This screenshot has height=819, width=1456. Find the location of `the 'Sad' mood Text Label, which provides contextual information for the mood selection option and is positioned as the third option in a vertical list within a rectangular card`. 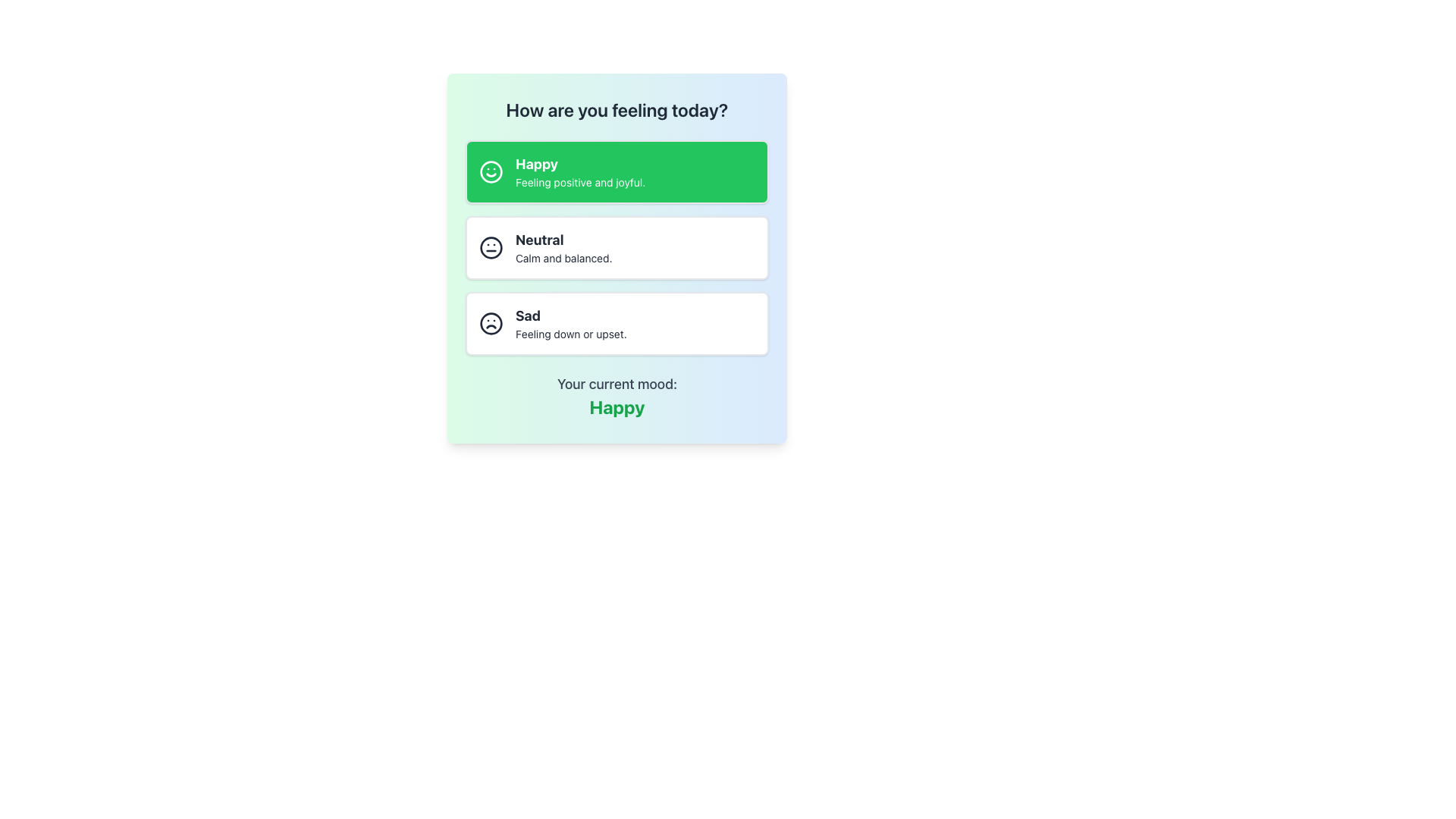

the 'Sad' mood Text Label, which provides contextual information for the mood selection option and is positioned as the third option in a vertical list within a rectangular card is located at coordinates (570, 323).